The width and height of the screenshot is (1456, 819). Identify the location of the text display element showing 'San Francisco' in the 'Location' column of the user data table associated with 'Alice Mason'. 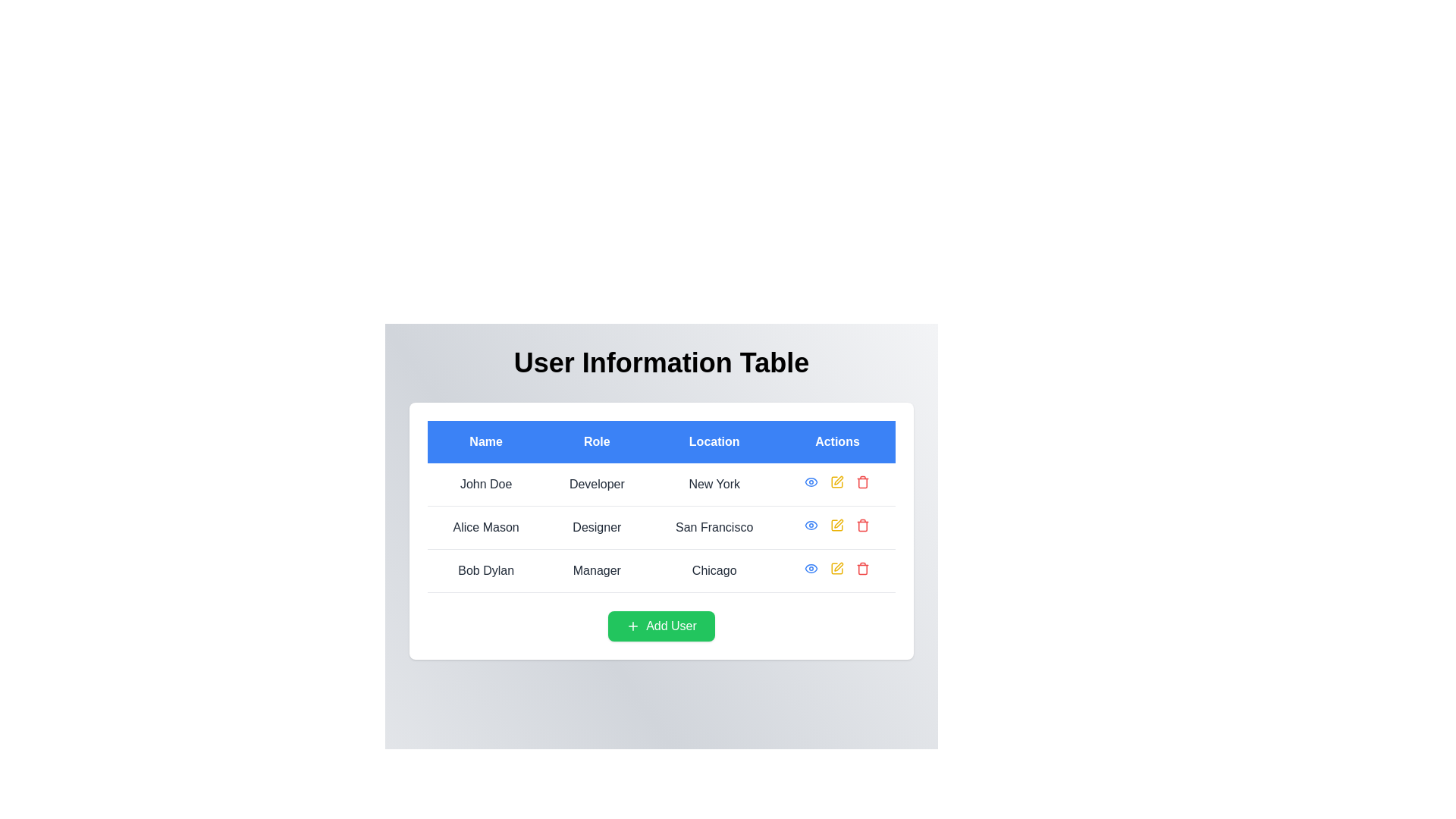
(714, 526).